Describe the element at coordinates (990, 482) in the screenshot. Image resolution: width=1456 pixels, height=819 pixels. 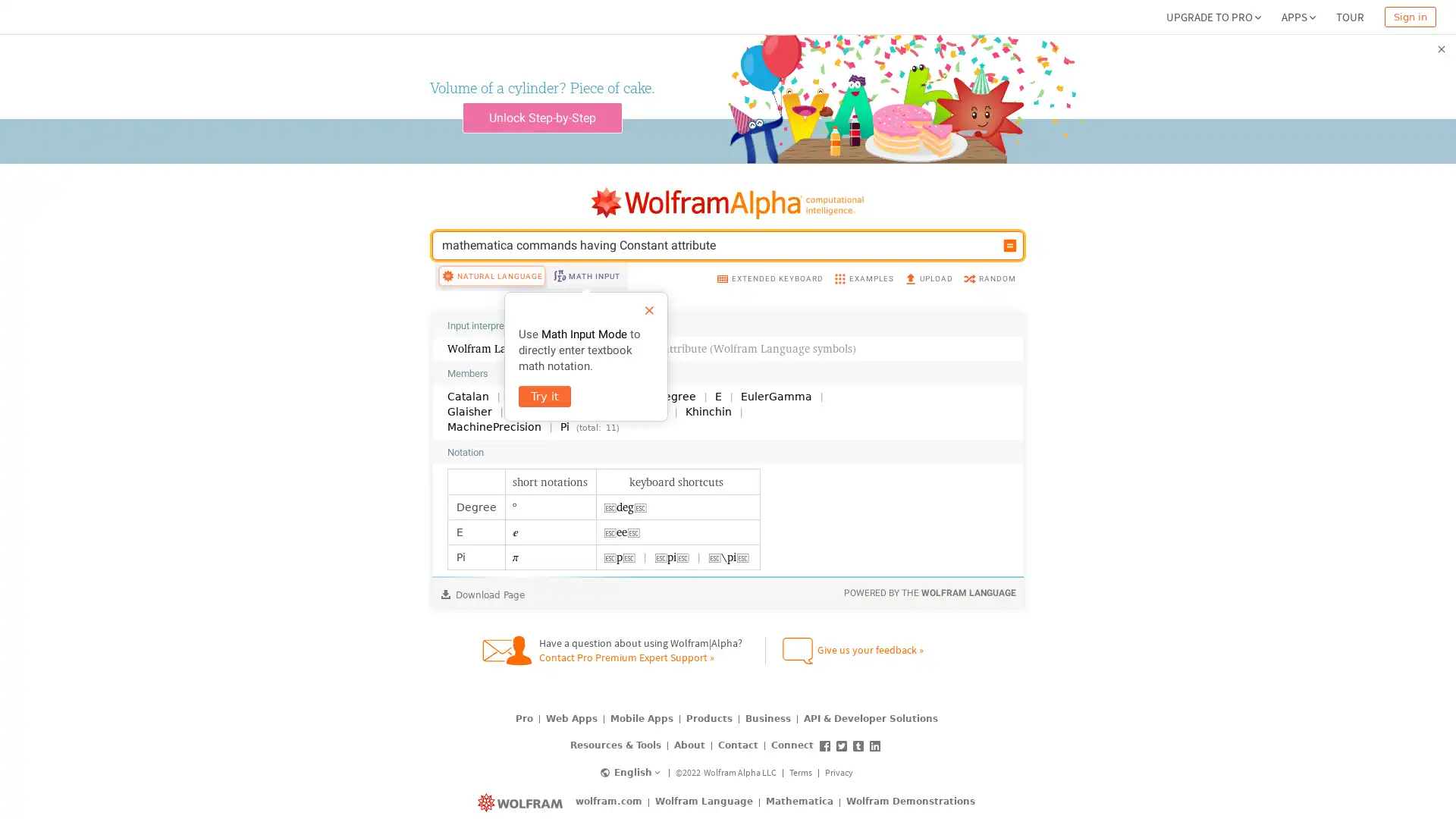
I see `More` at that location.